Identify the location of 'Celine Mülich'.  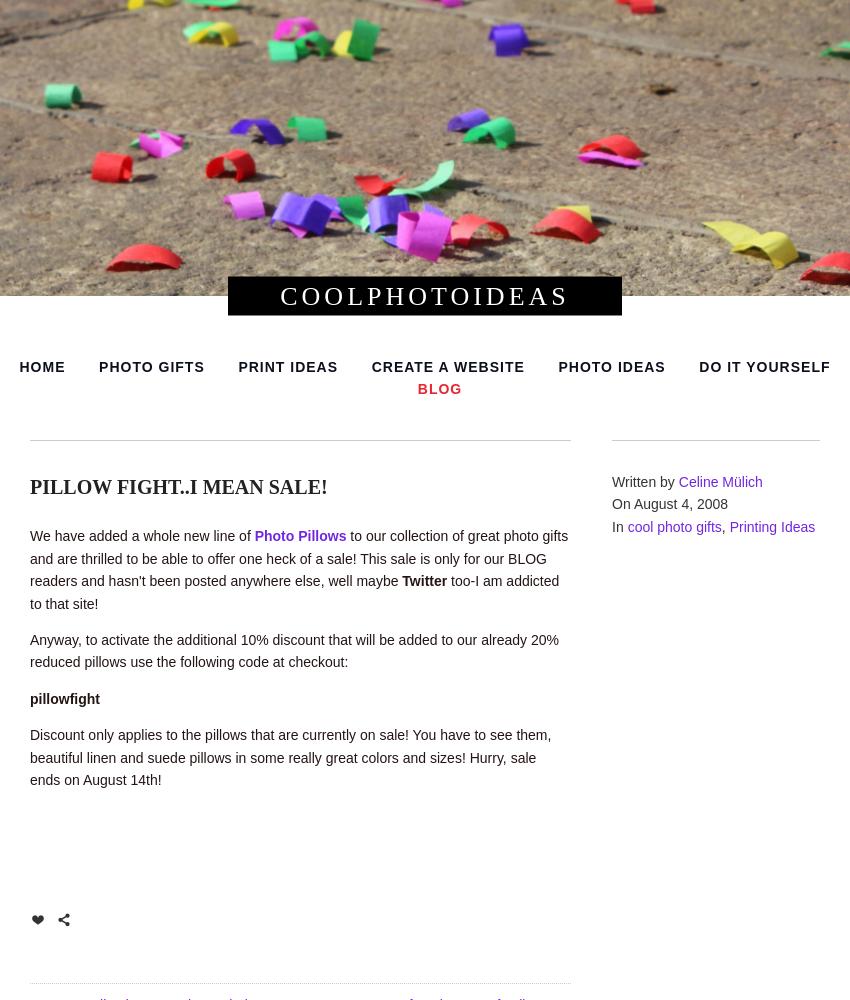
(719, 481).